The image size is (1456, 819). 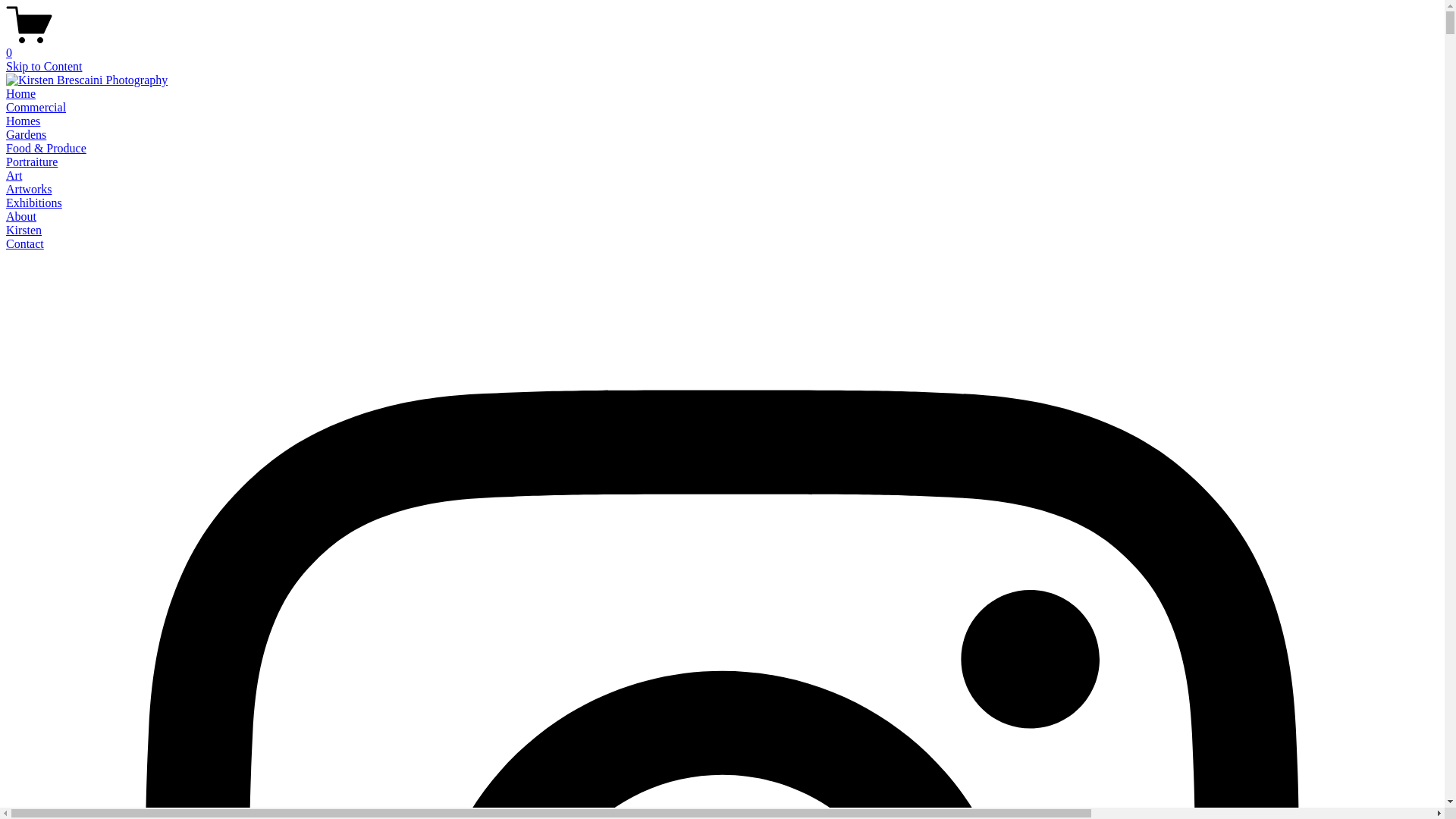 I want to click on 'Contact', so click(x=25, y=243).